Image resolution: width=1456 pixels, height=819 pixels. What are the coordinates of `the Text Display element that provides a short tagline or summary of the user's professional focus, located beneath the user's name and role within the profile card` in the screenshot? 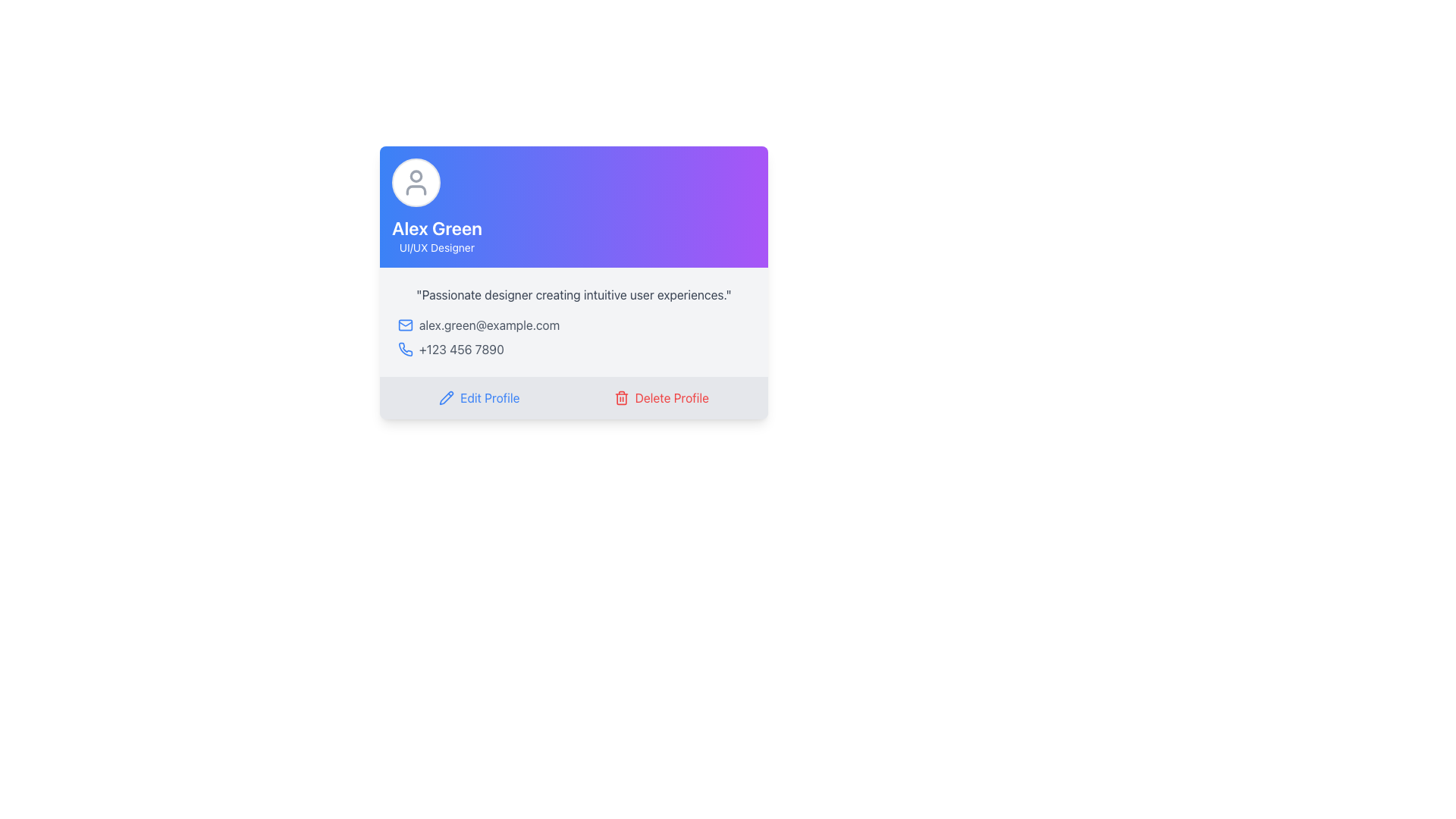 It's located at (573, 295).